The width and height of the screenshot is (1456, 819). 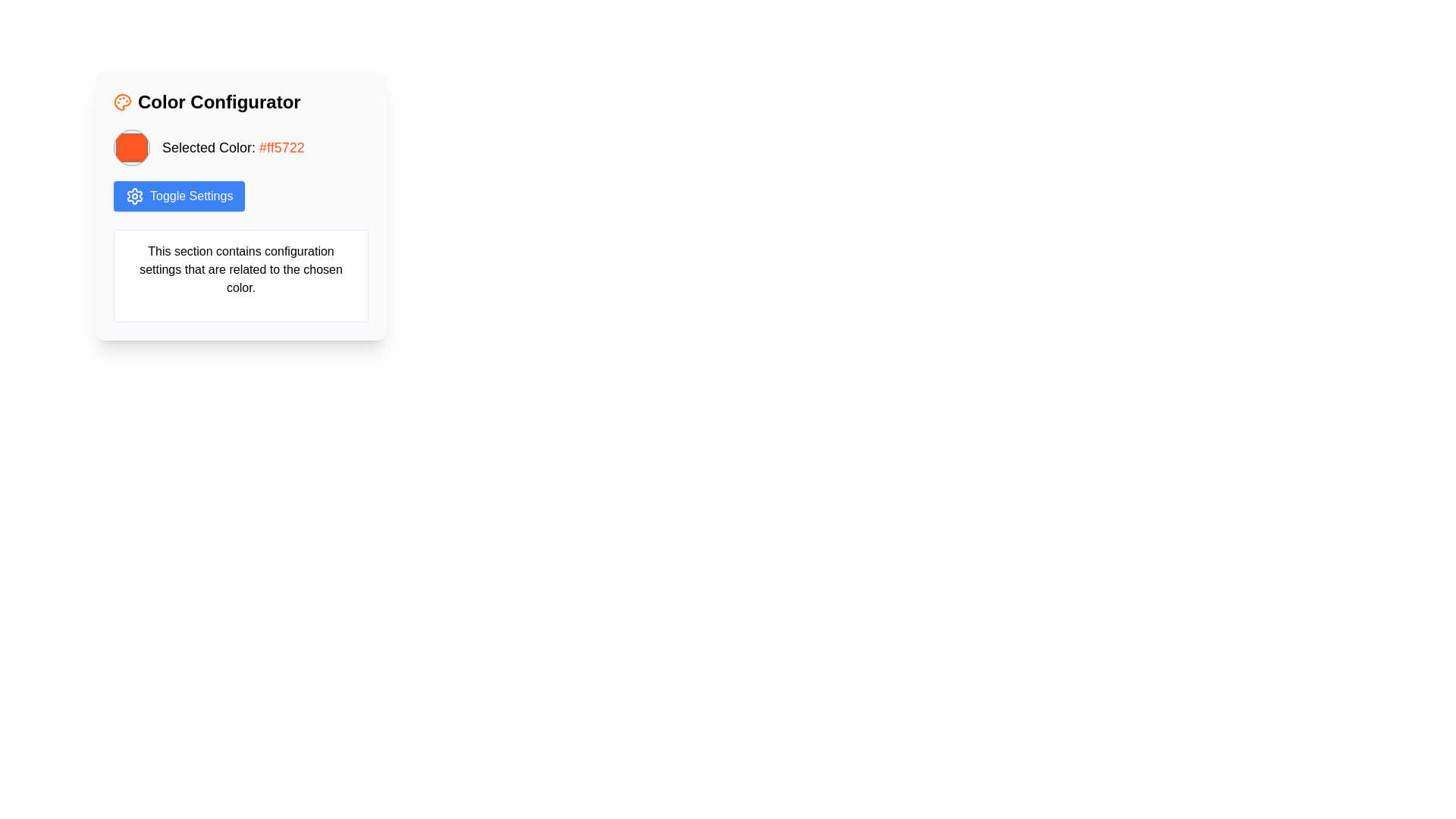 I want to click on the Text label displaying the selected color code, located to the right of the orange circular visual representation in the 'Color Configurator' section, so click(x=281, y=148).